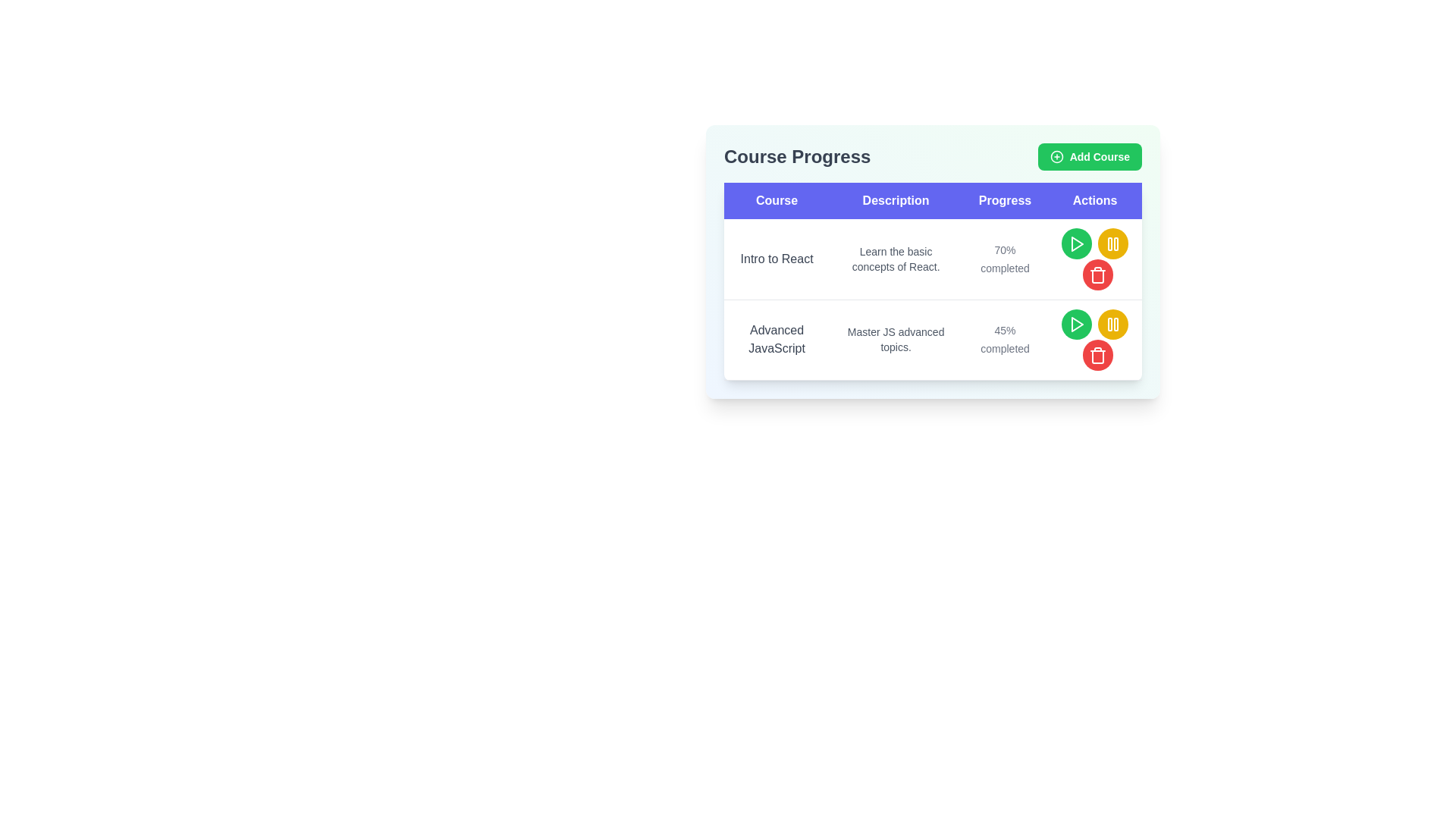 The height and width of the screenshot is (819, 1456). What do you see at coordinates (1005, 339) in the screenshot?
I see `the text display that indicates the progress status for the 'Advanced JavaScript' course, located under the 'Progress' column to the right of 'Master JS advanced topics.'` at bounding box center [1005, 339].